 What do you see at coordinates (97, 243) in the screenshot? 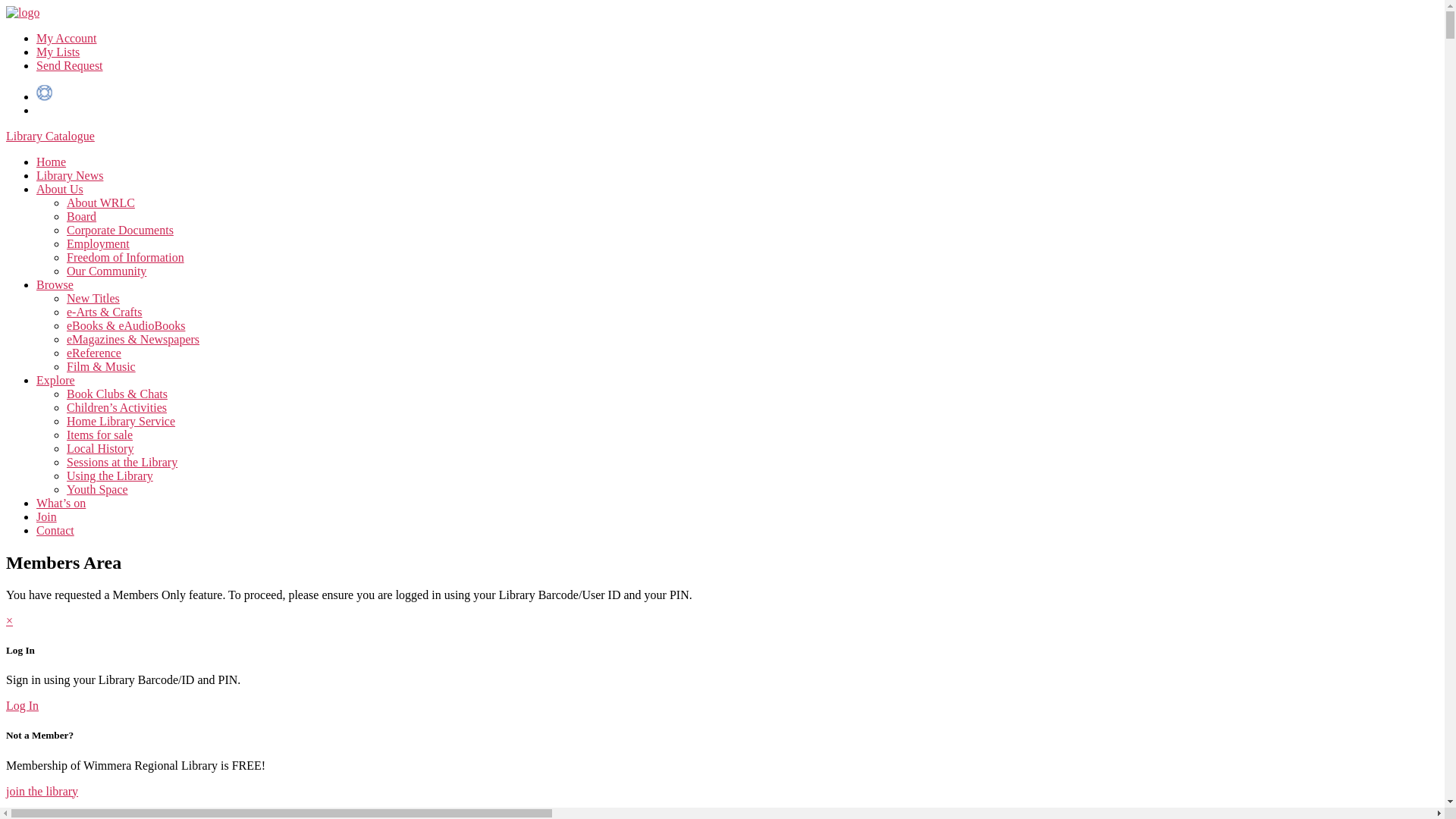
I see `'Employment'` at bounding box center [97, 243].